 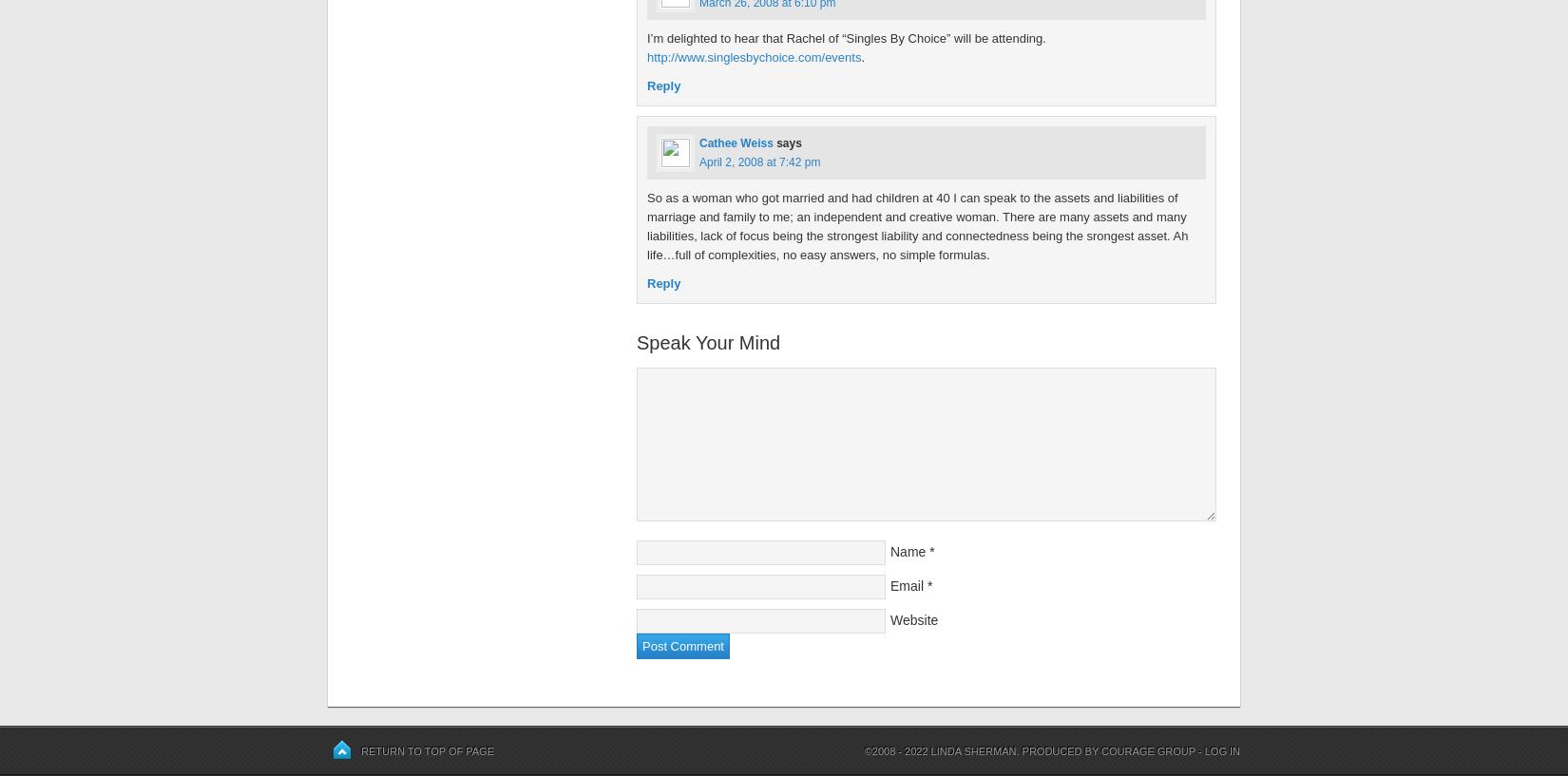 I want to click on '-', so click(x=1193, y=751).